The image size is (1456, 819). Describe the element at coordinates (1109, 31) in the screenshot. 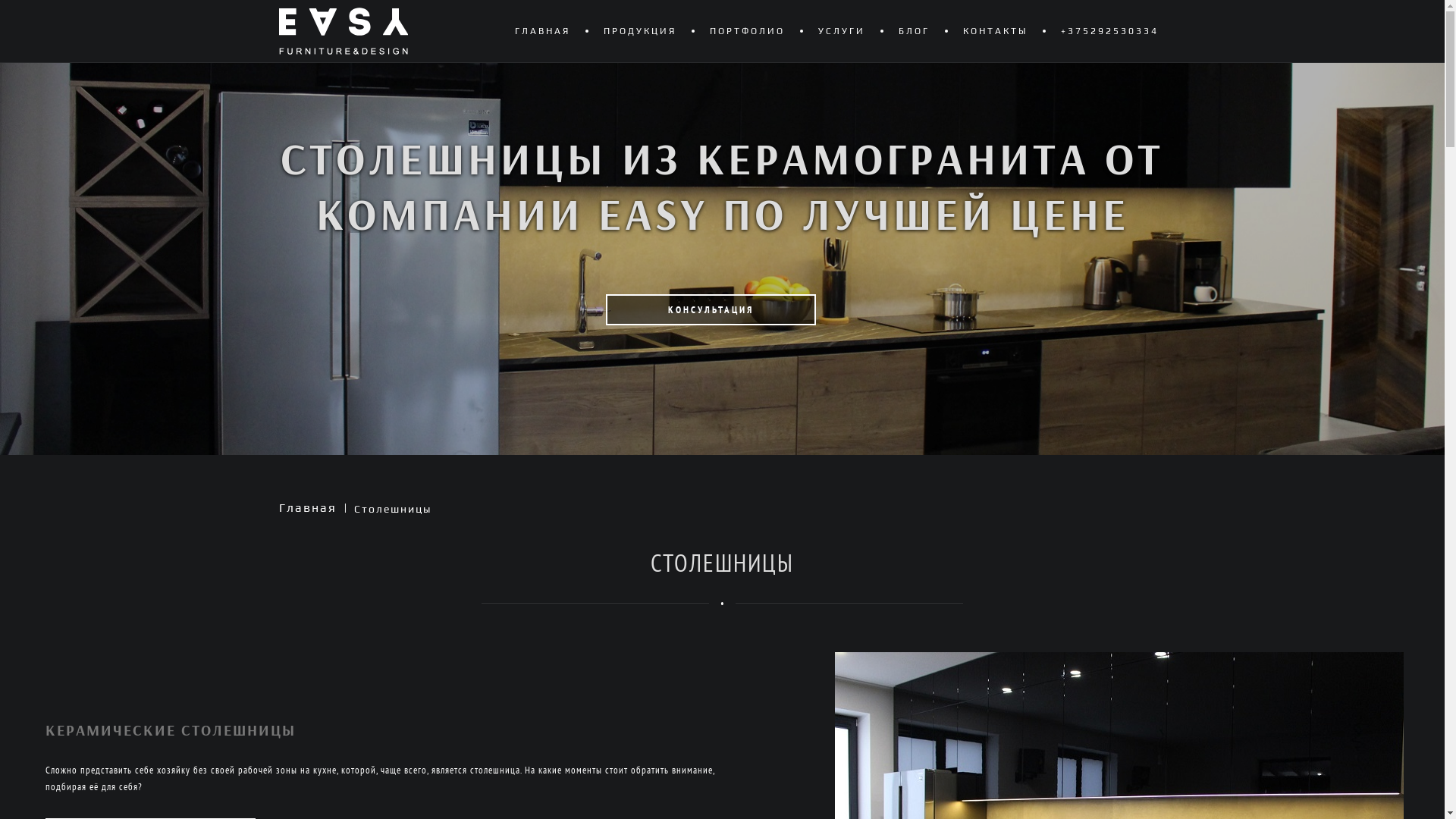

I see `'+375292530334'` at that location.